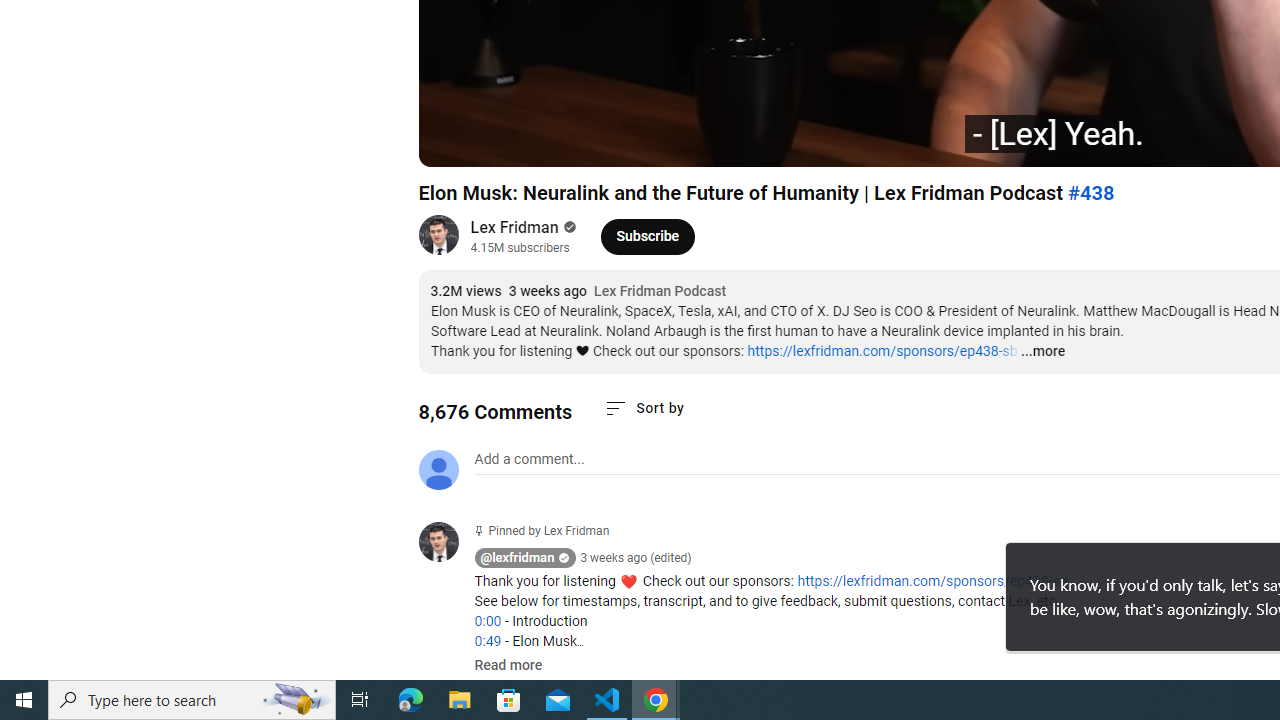 The image size is (1280, 720). I want to click on '0:49', so click(487, 641).